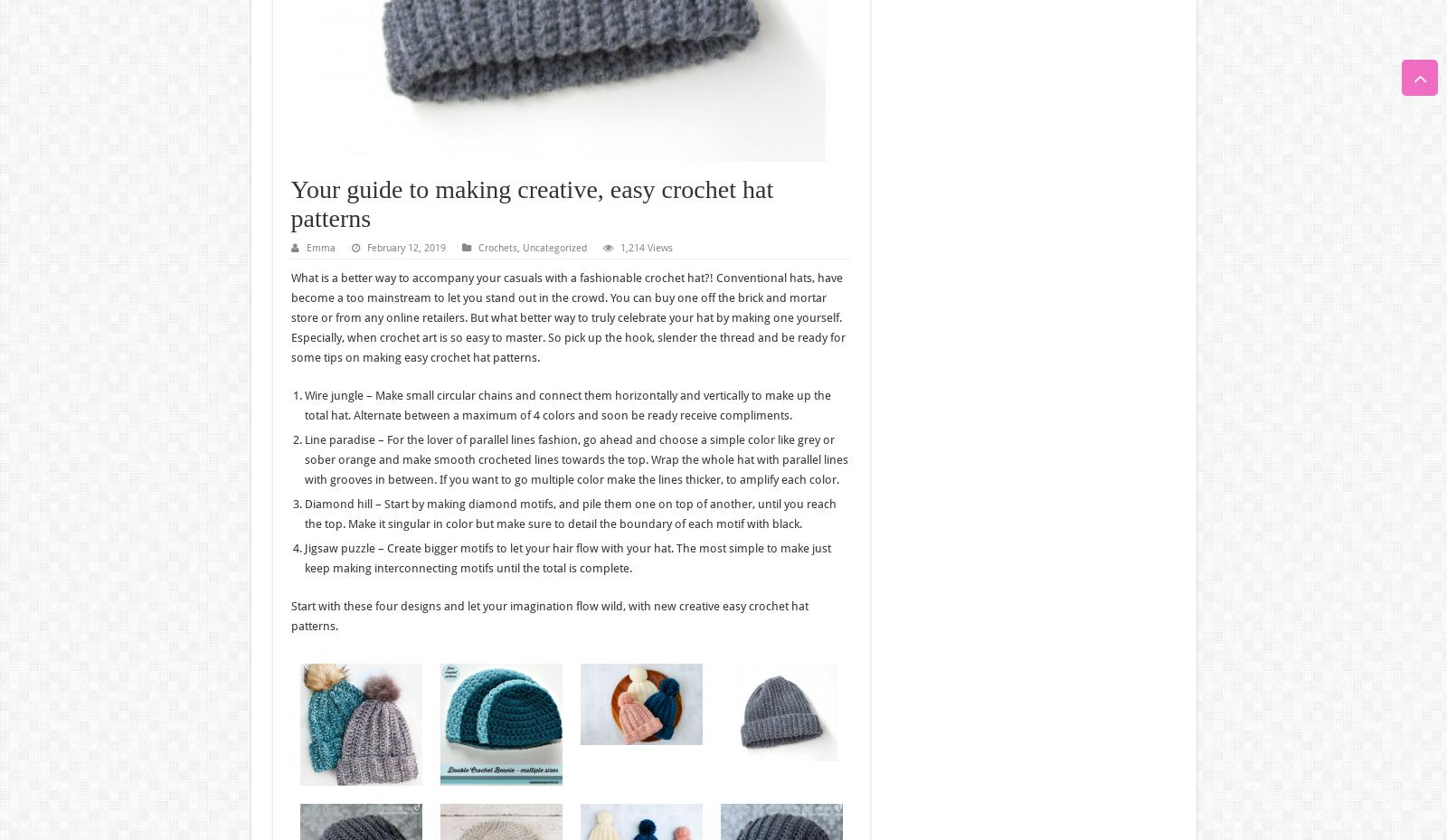  Describe the element at coordinates (320, 247) in the screenshot. I see `'Emma'` at that location.